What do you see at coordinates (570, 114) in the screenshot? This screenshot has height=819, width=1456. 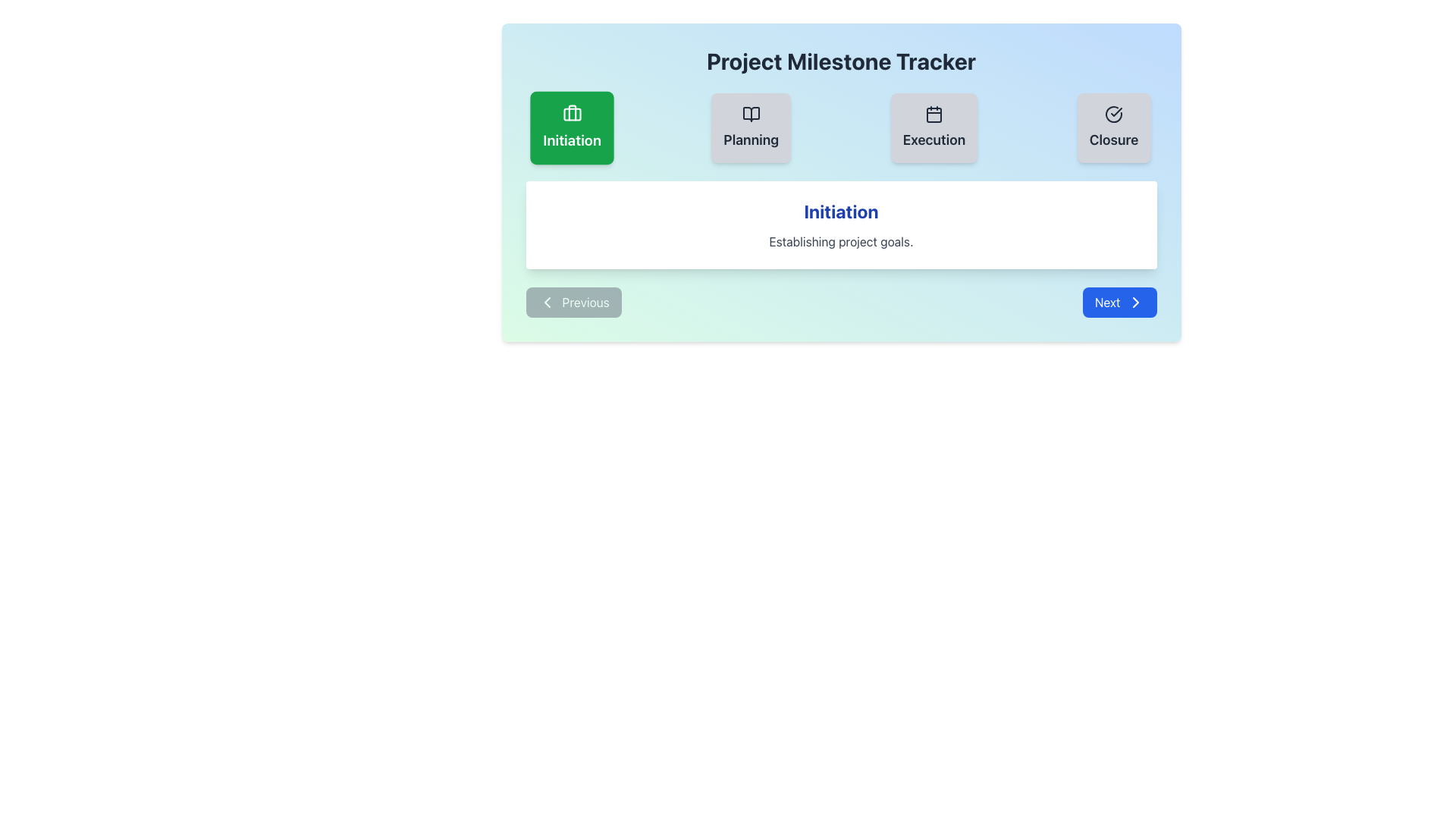 I see `the icon inside the green button labeled 'Initiation', which is part of a sequence of stages including 'Planning', 'Execution', and 'Closure'` at bounding box center [570, 114].